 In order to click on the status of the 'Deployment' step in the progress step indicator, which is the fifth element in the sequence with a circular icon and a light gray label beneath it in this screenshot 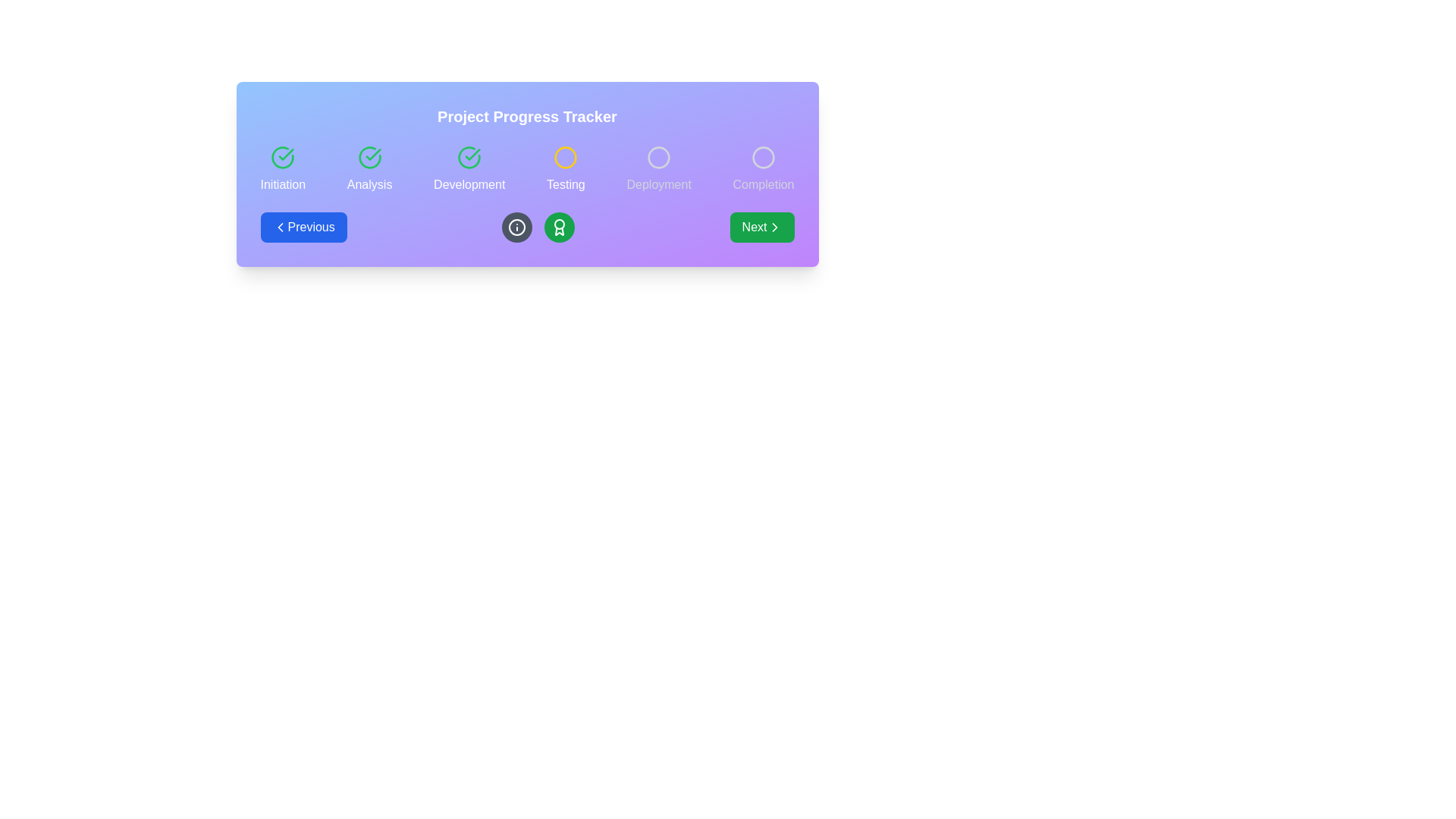, I will do `click(659, 169)`.